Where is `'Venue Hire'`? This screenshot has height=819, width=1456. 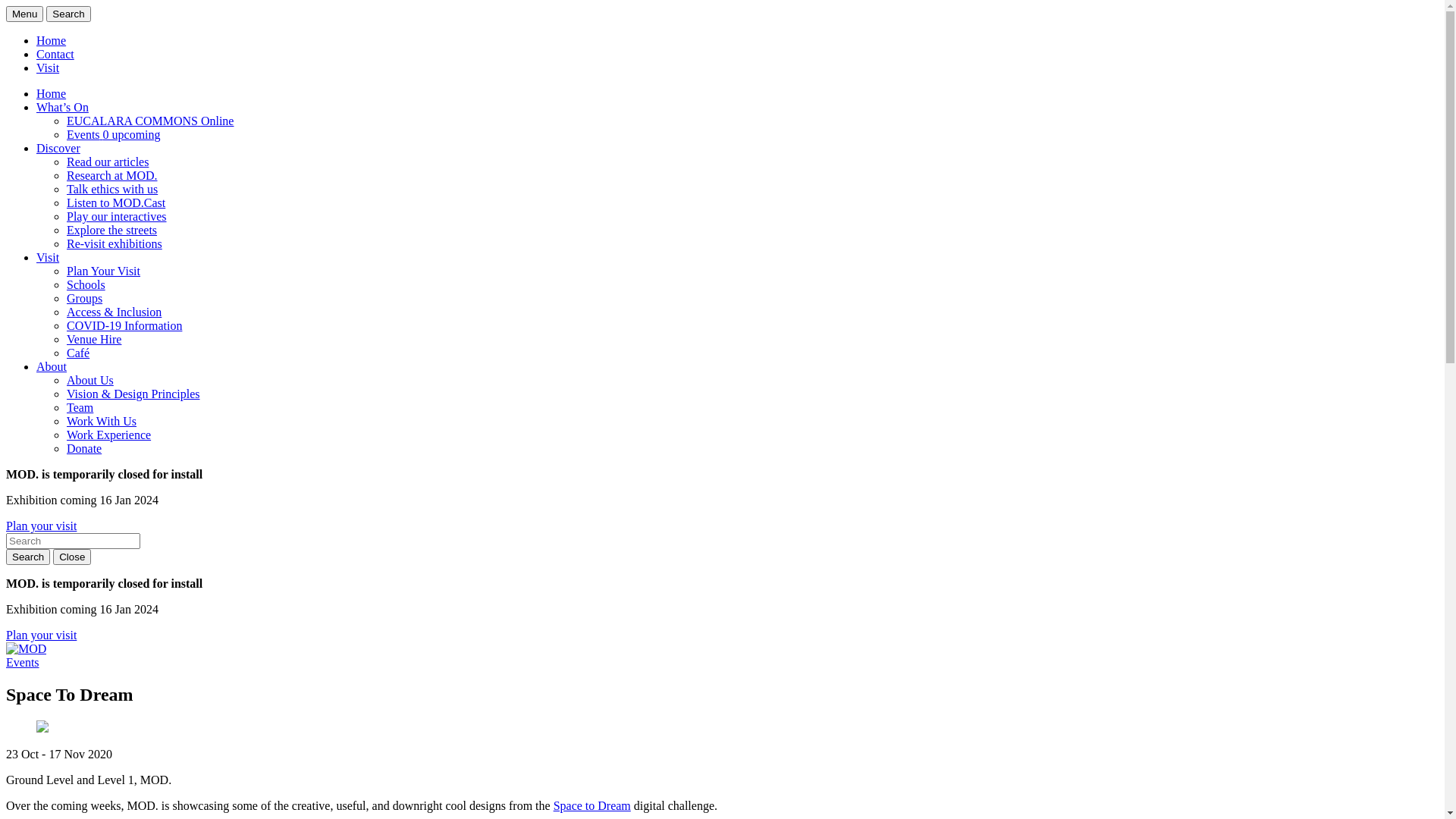 'Venue Hire' is located at coordinates (93, 338).